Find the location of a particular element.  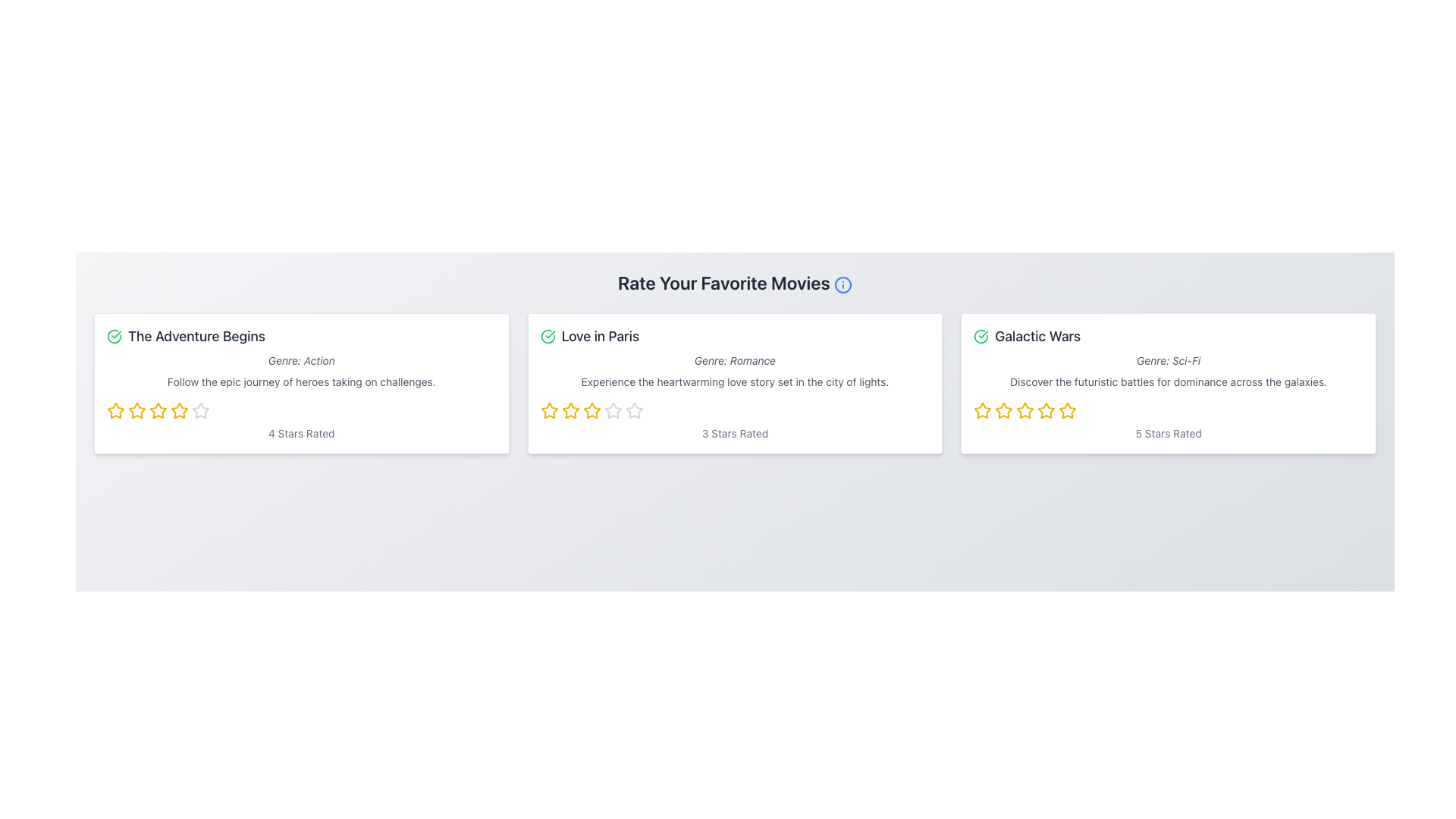

the circular icon with a blue outline and a smaller blue circle in the center, located towards the right side of the title 'Rate Your Favorite Movies' is located at coordinates (842, 284).